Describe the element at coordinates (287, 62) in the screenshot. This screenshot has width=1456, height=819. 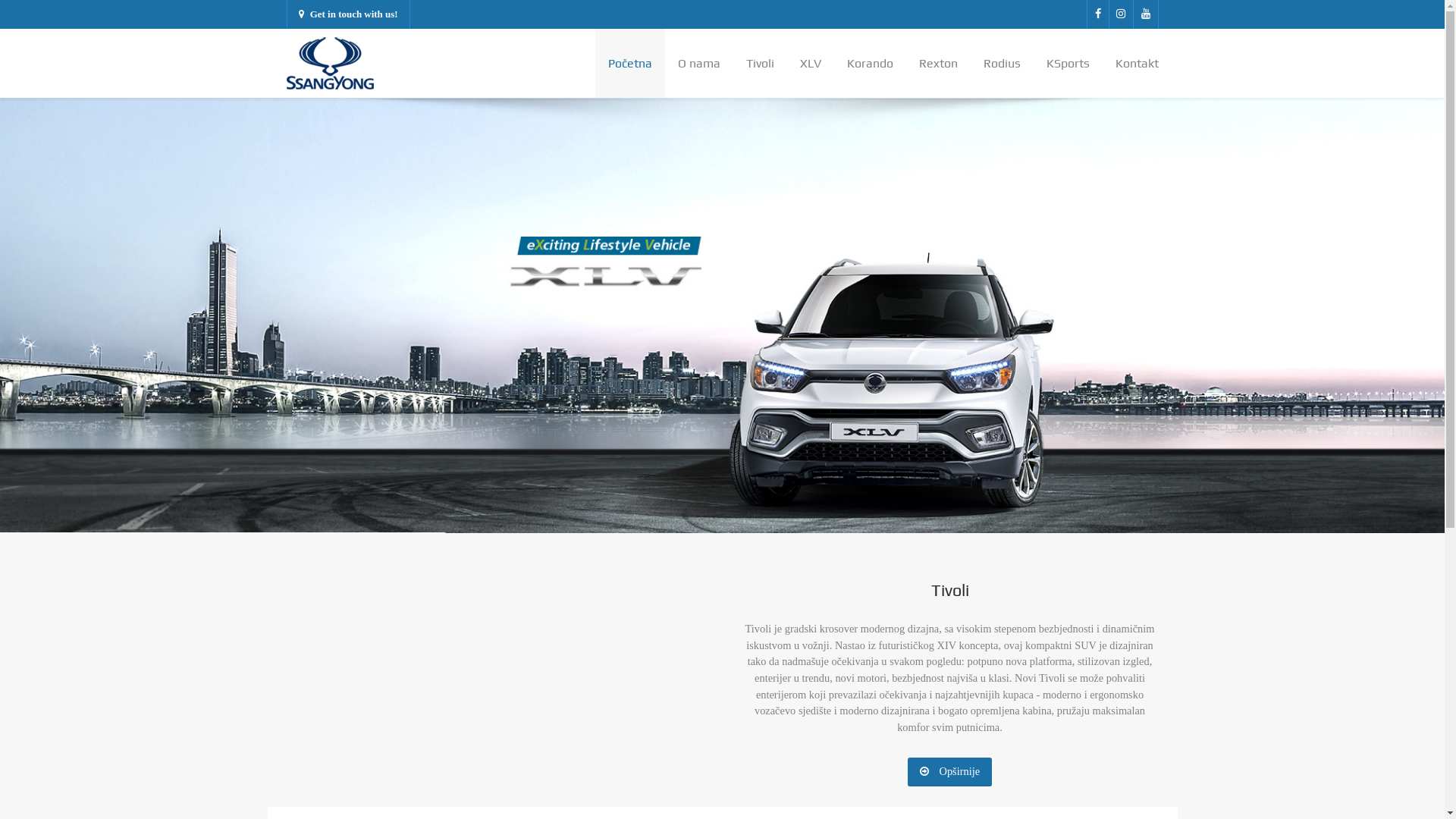
I see `'Paradise'` at that location.